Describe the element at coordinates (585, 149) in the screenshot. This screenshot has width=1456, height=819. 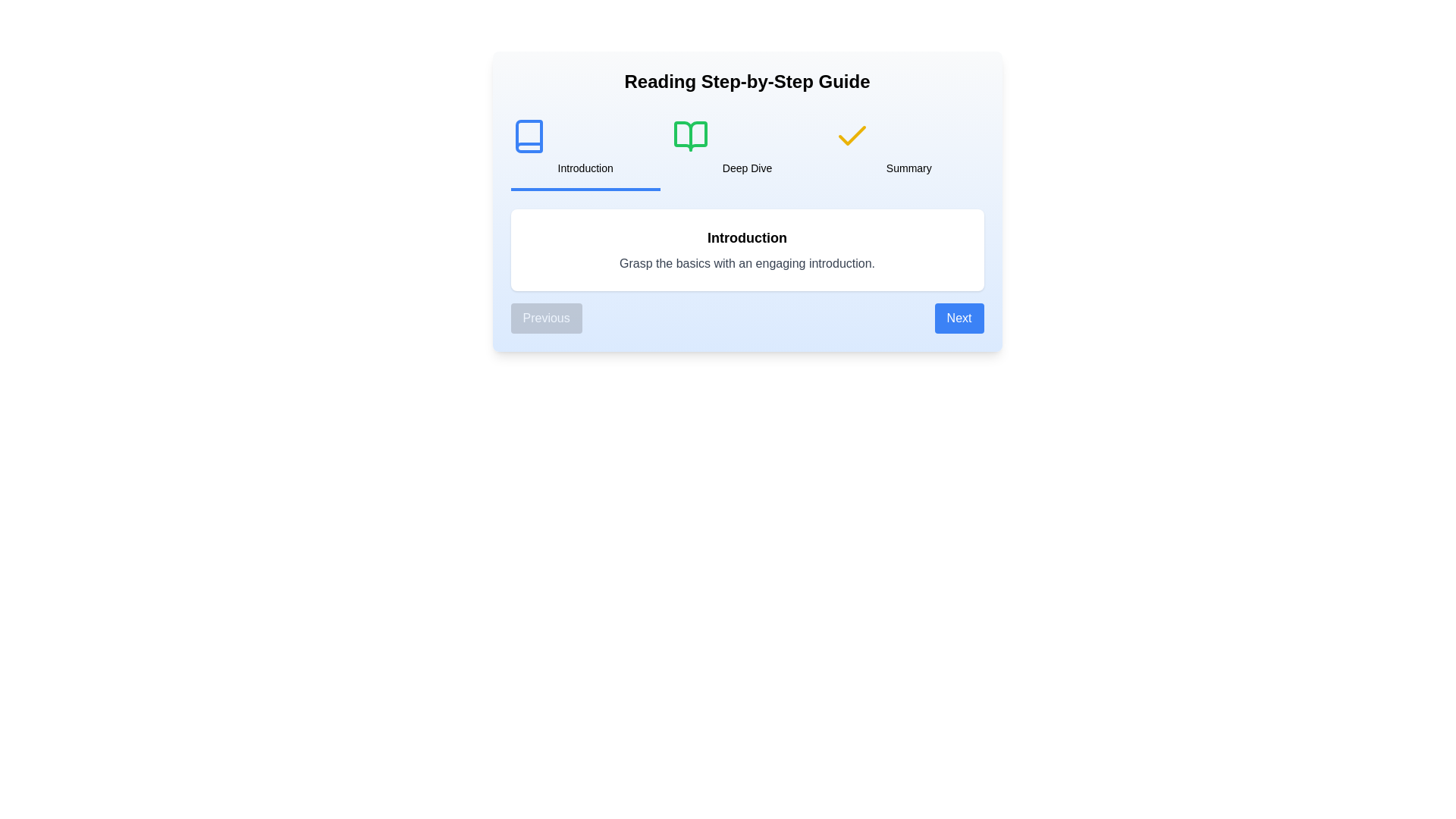
I see `the step title Introduction to switch to the corresponding step` at that location.